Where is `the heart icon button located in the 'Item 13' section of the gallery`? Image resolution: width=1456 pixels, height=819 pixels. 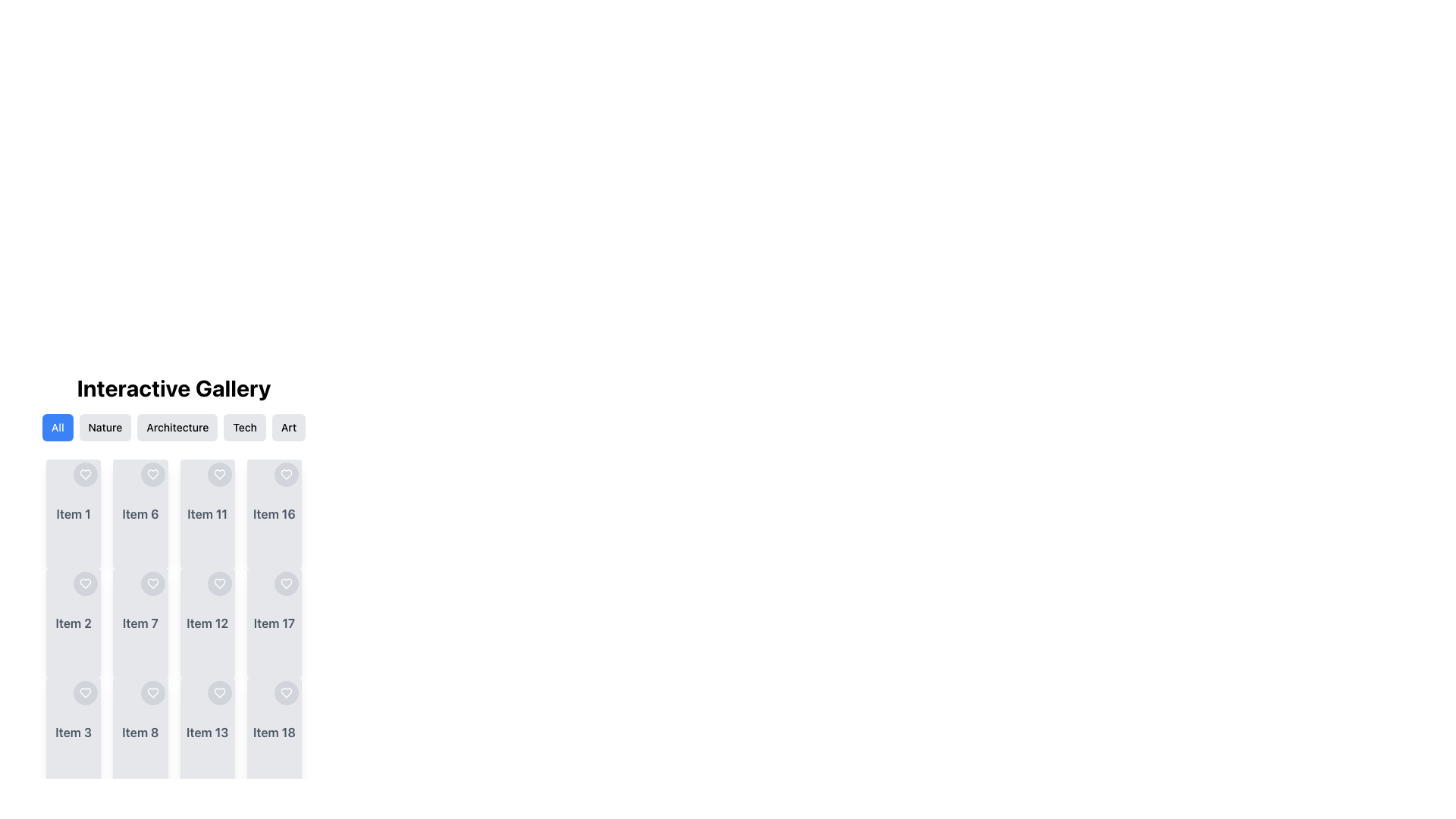
the heart icon button located in the 'Item 13' section of the gallery is located at coordinates (218, 693).